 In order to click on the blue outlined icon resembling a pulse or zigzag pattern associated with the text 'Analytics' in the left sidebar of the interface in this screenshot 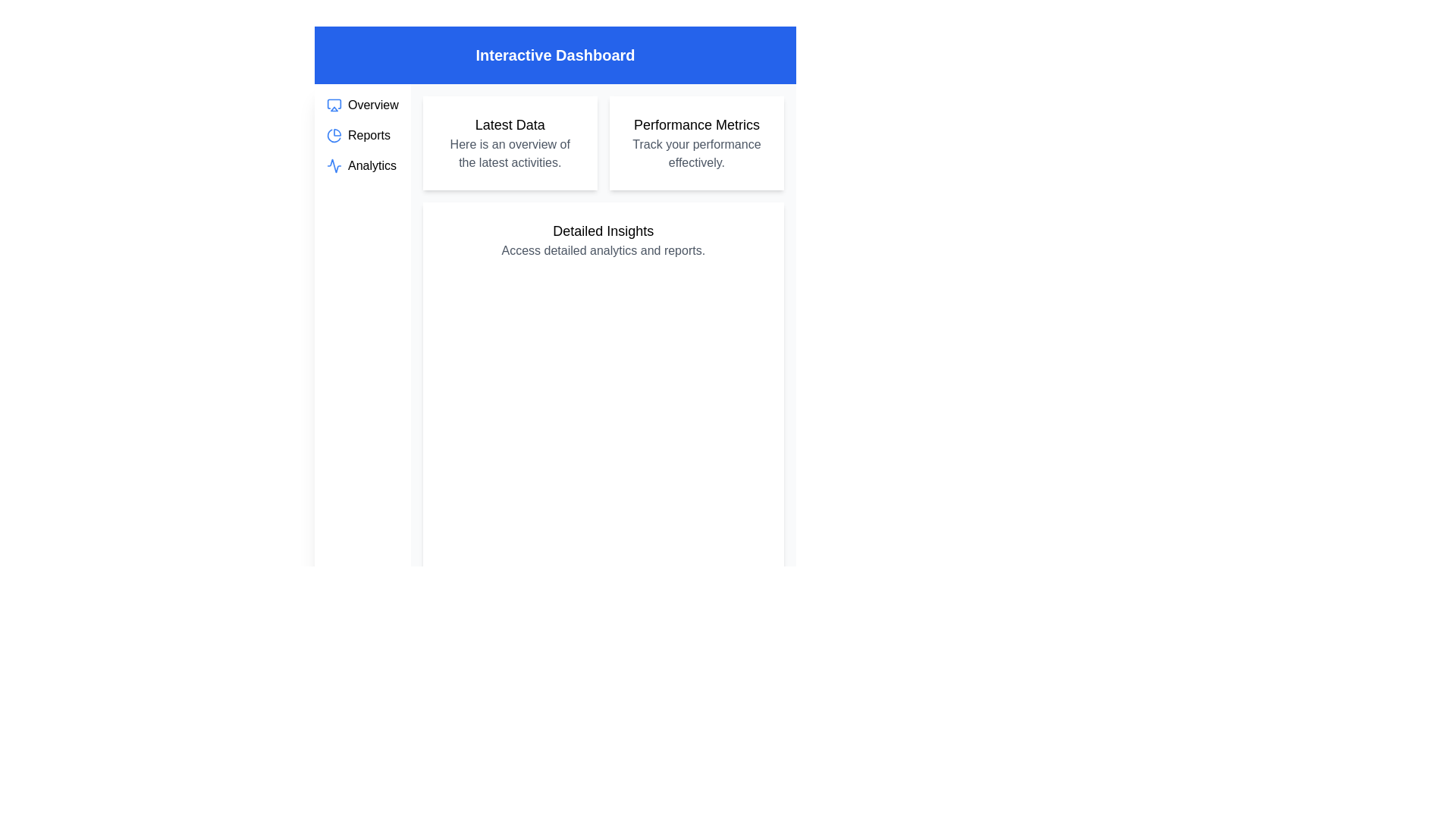, I will do `click(334, 166)`.